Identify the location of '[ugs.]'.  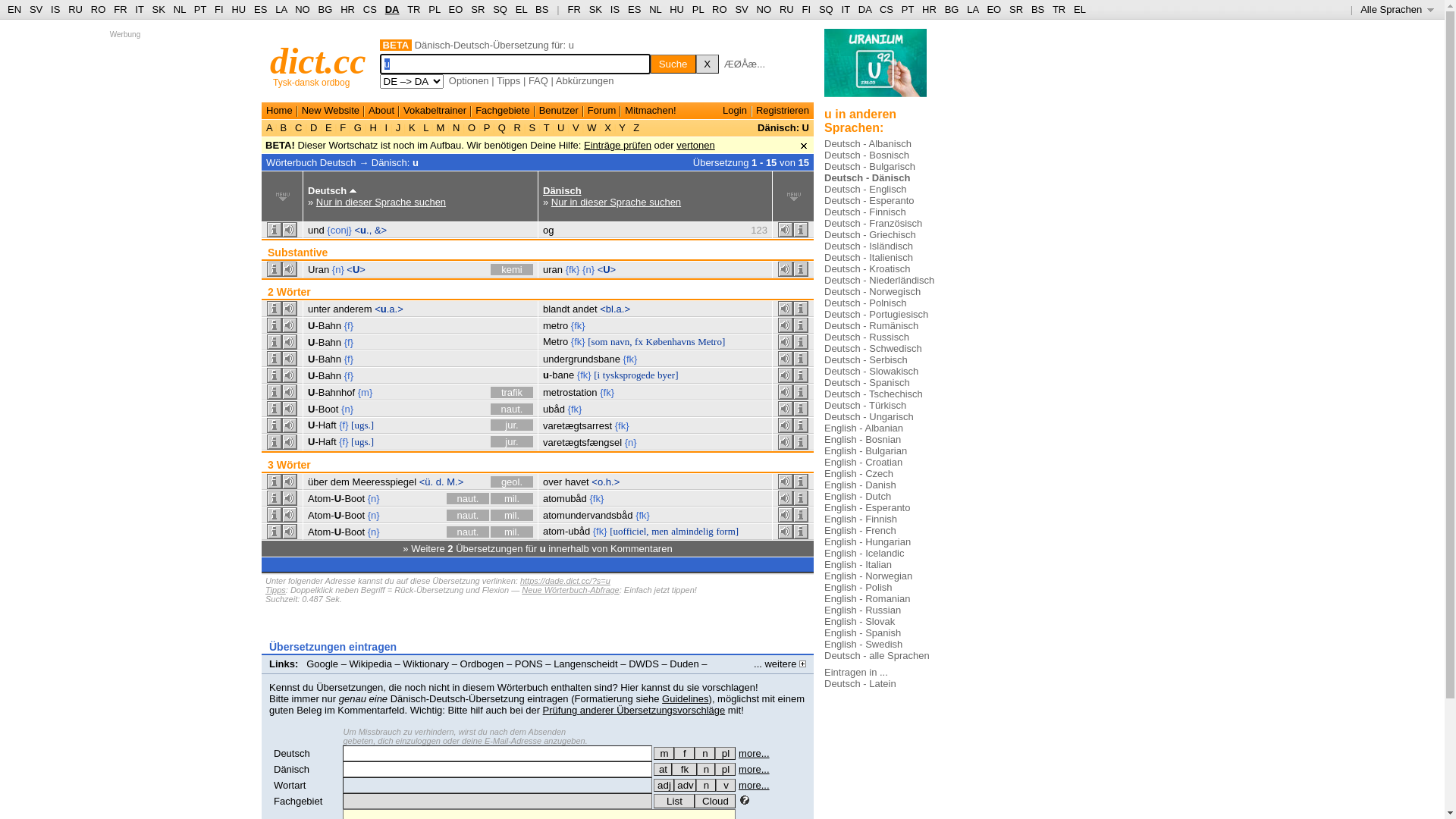
(362, 425).